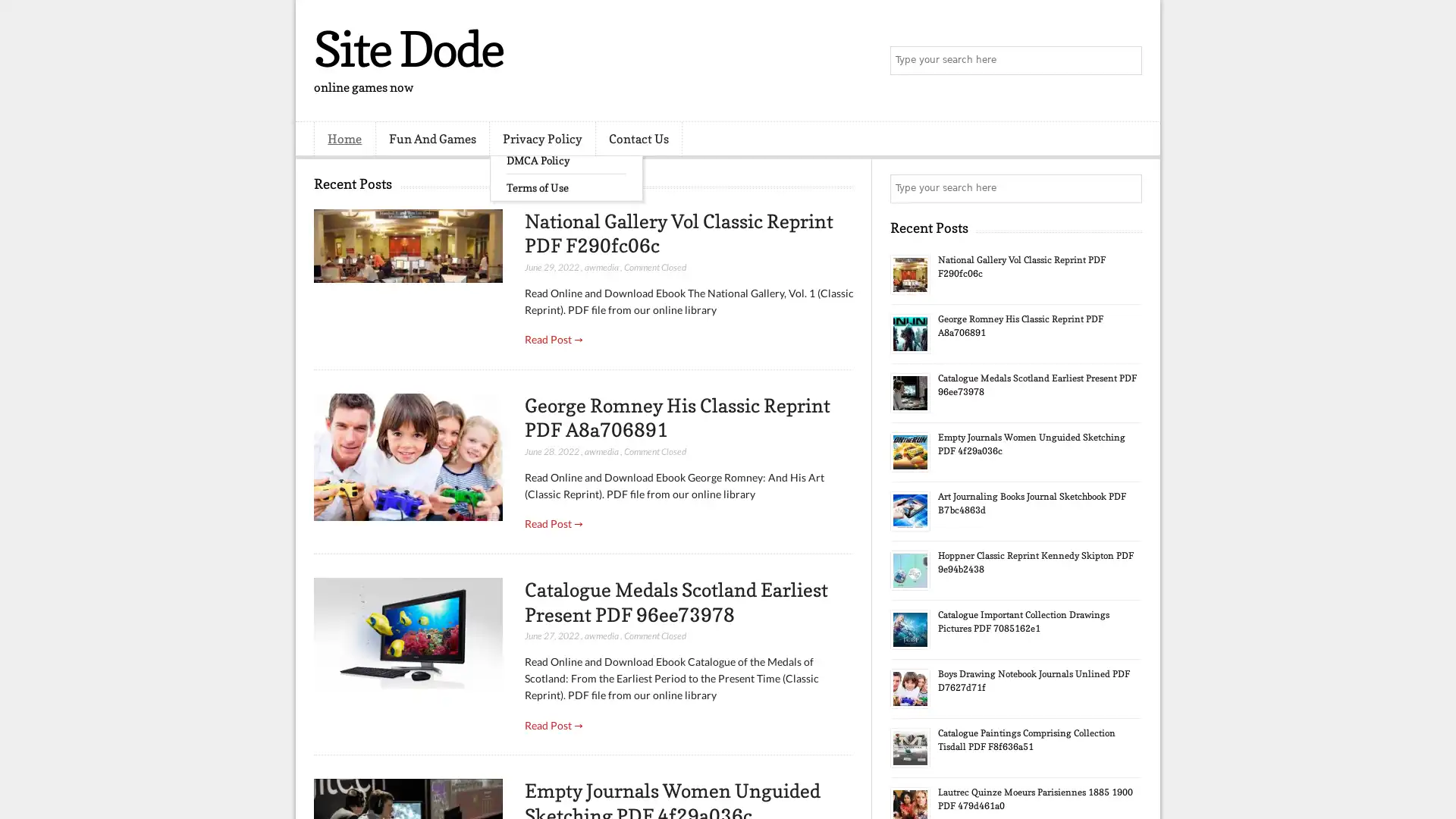 The width and height of the screenshot is (1456, 819). I want to click on Search, so click(1126, 188).